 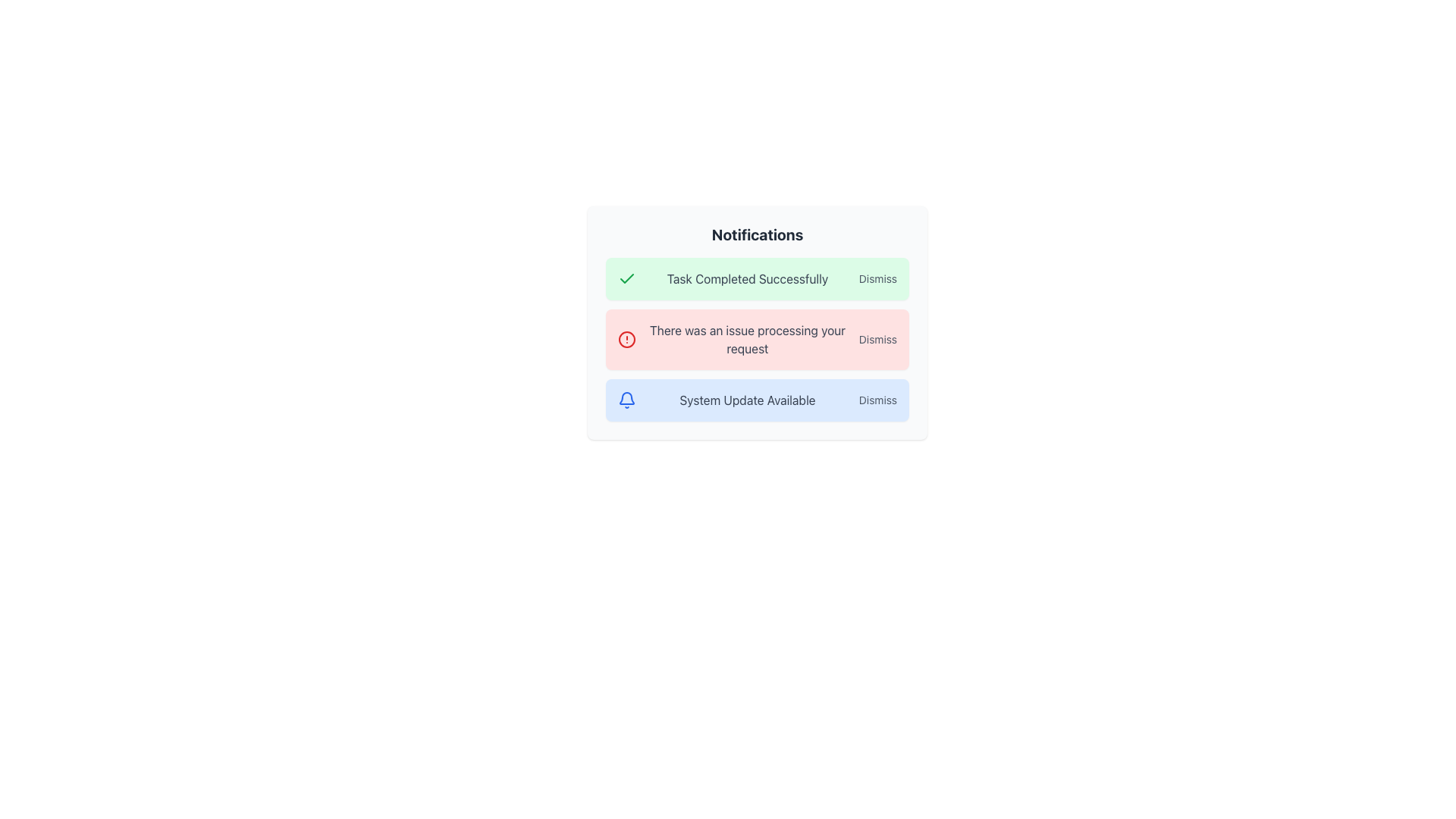 What do you see at coordinates (626, 338) in the screenshot?
I see `the Alert icon located to the left of the notification message 'There was an issue processing your request', which is positioned above the third notification in the vertically stacked list` at bounding box center [626, 338].